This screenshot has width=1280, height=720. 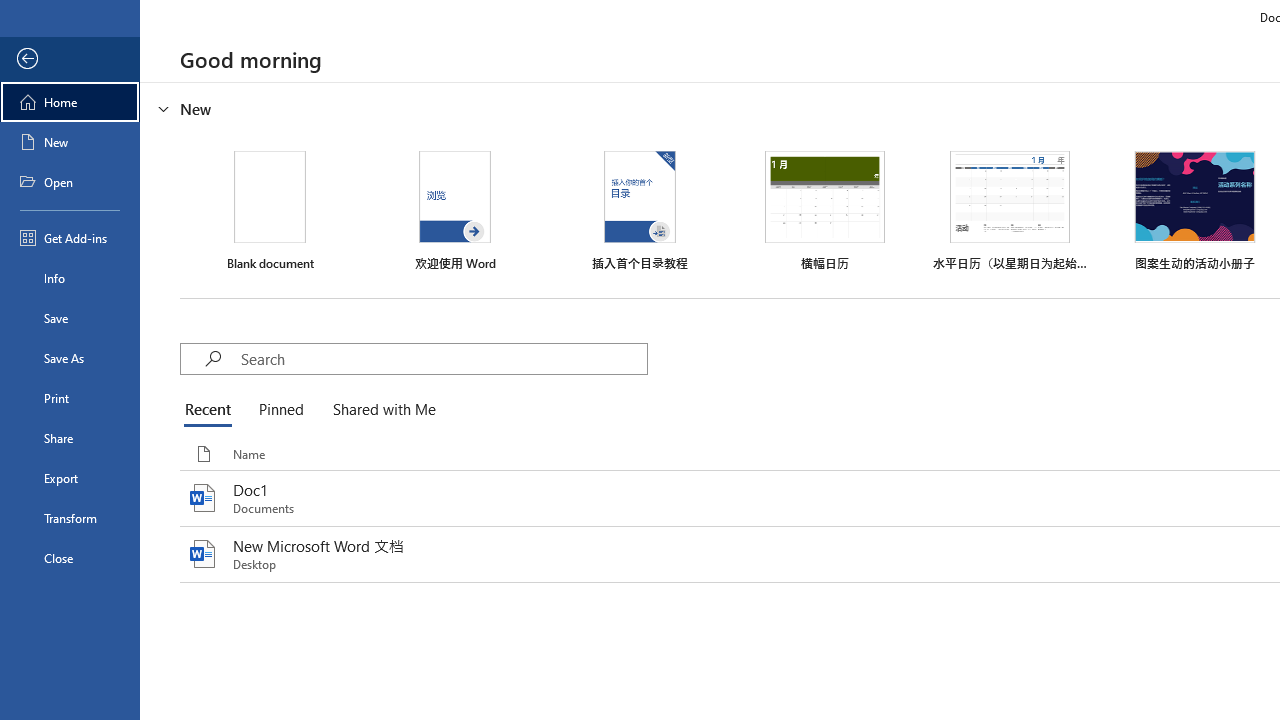 What do you see at coordinates (442, 357) in the screenshot?
I see `'Search'` at bounding box center [442, 357].